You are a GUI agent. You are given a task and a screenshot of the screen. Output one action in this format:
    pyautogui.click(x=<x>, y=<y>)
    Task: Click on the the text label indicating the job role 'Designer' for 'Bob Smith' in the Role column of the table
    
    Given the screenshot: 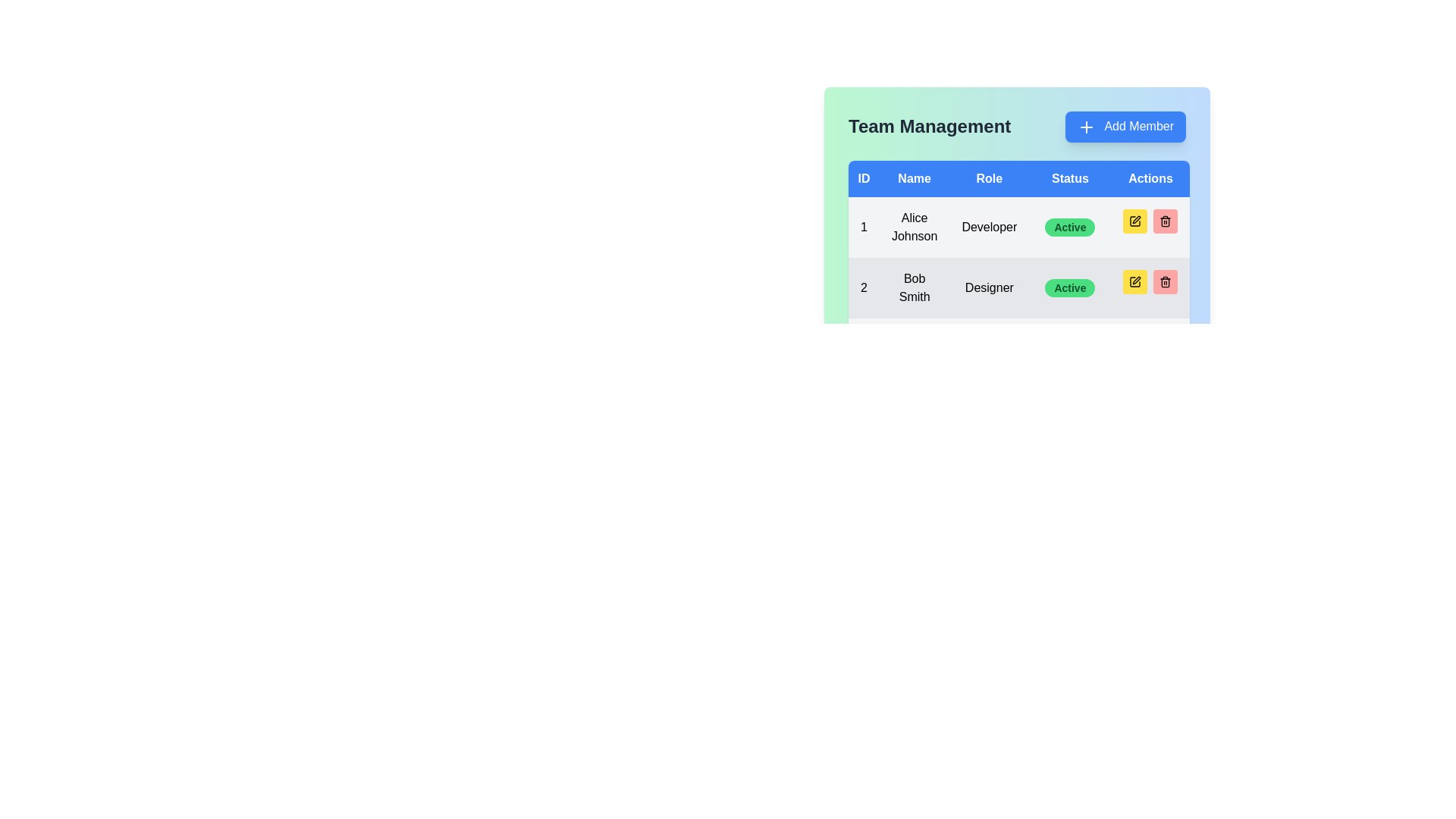 What is the action you would take?
    pyautogui.click(x=989, y=287)
    